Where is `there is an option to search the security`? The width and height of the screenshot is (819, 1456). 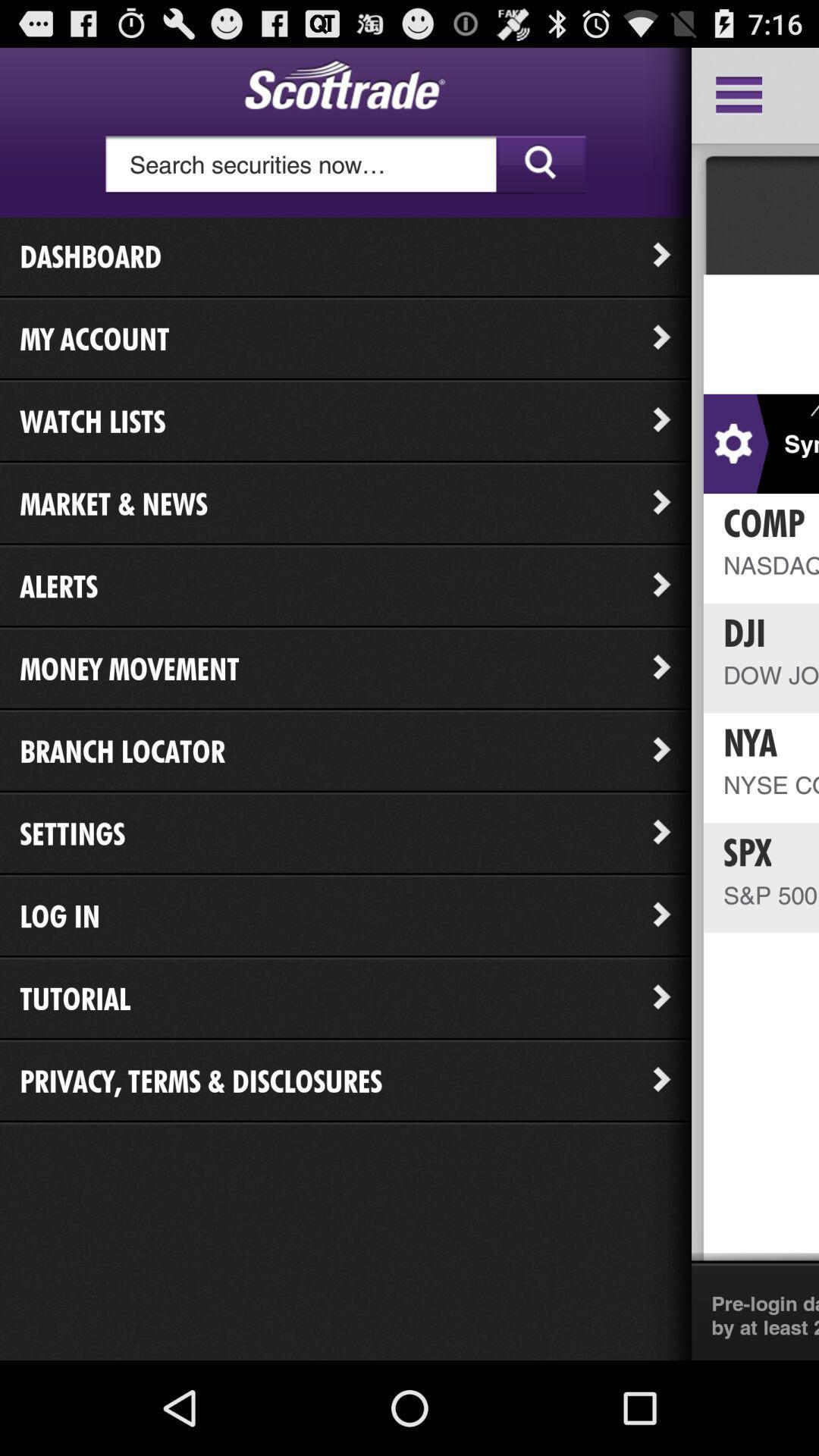 there is an option to search the security is located at coordinates (345, 165).